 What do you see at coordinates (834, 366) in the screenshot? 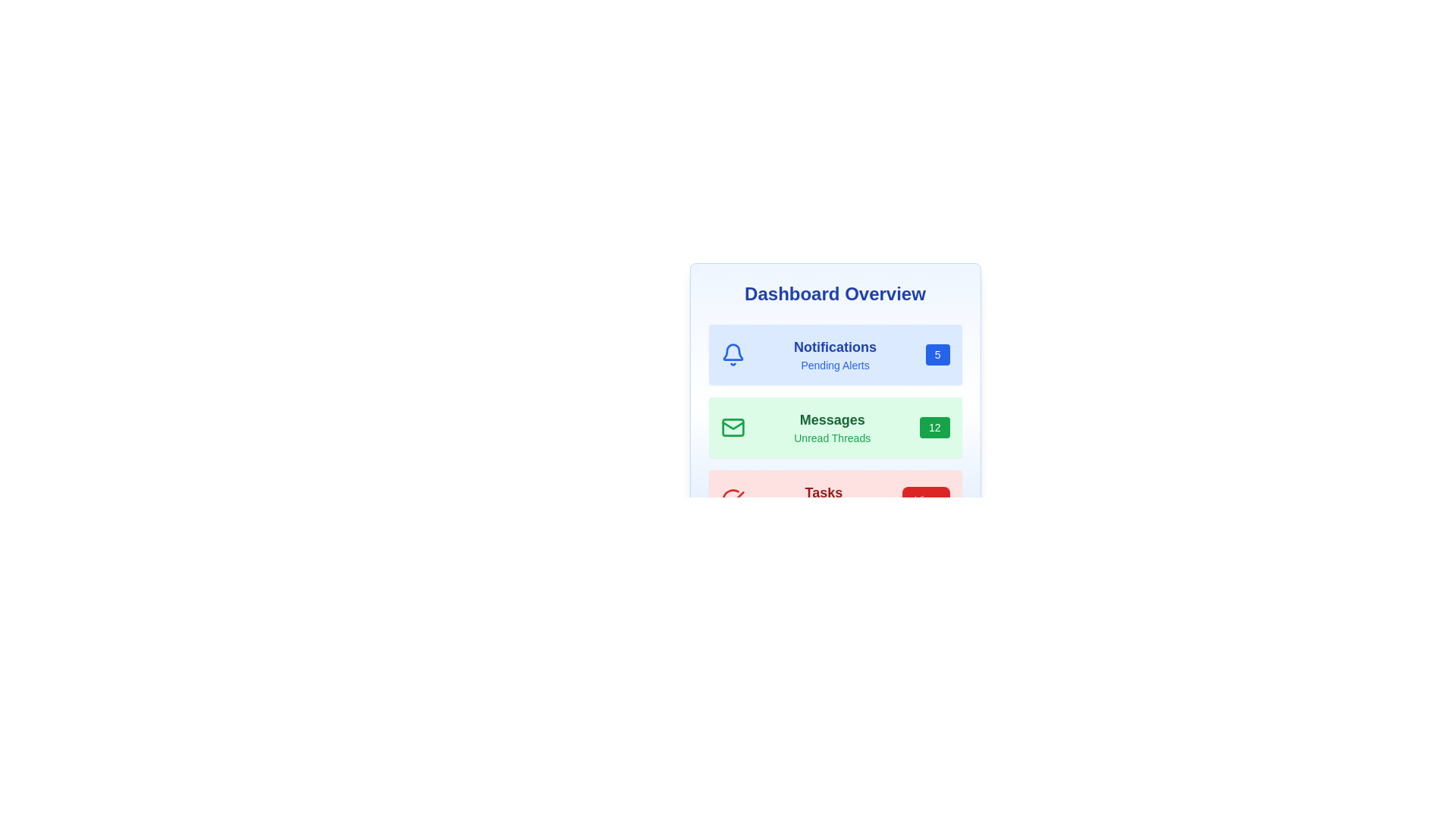
I see `the 'Pending Alerts' text label, which is a small blue text below the 'Notifications' title in the dashboard interface` at bounding box center [834, 366].